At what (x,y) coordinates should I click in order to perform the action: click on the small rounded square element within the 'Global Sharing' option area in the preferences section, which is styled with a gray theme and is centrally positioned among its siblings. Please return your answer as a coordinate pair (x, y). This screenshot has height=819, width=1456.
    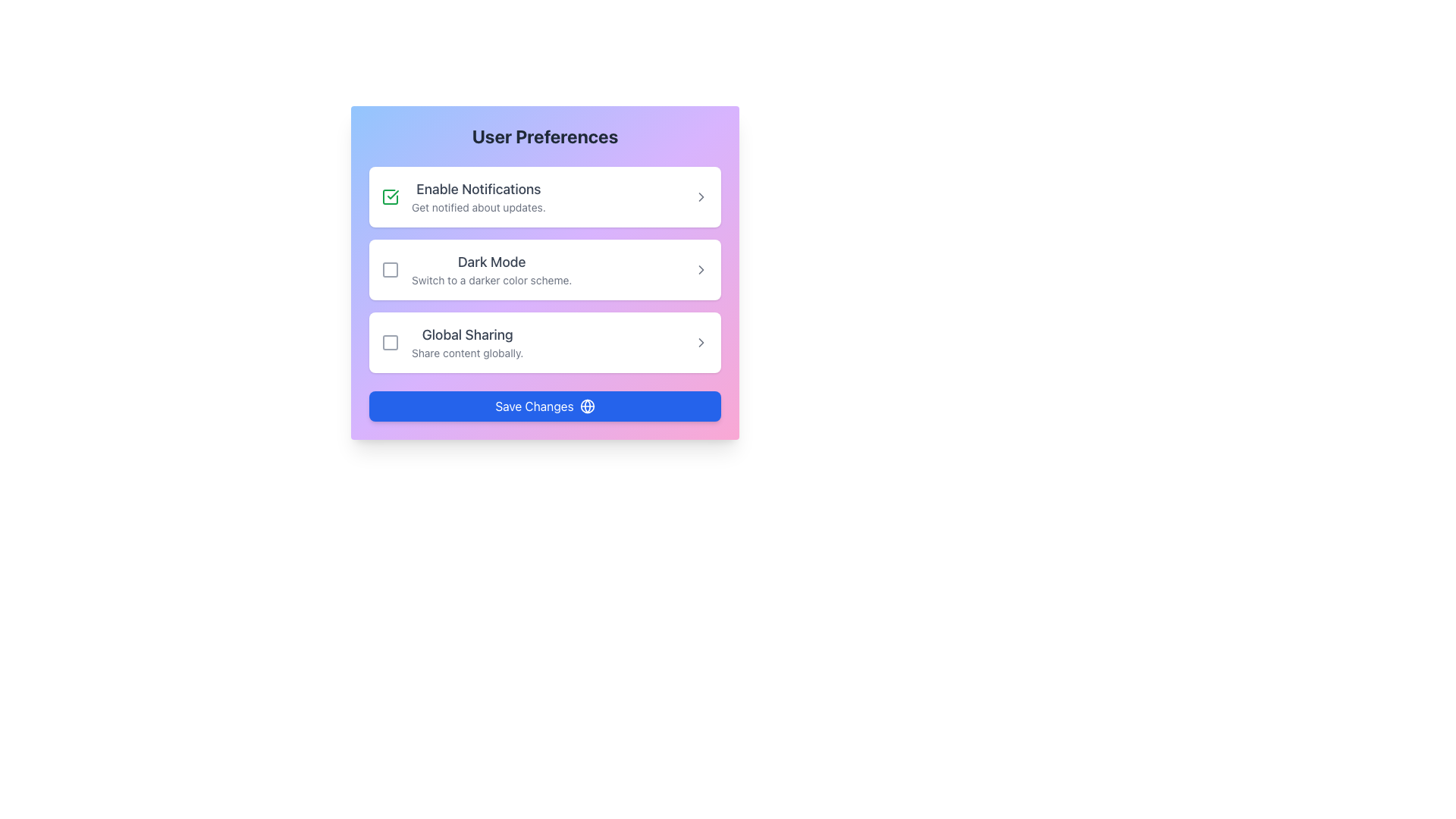
    Looking at the image, I should click on (390, 342).